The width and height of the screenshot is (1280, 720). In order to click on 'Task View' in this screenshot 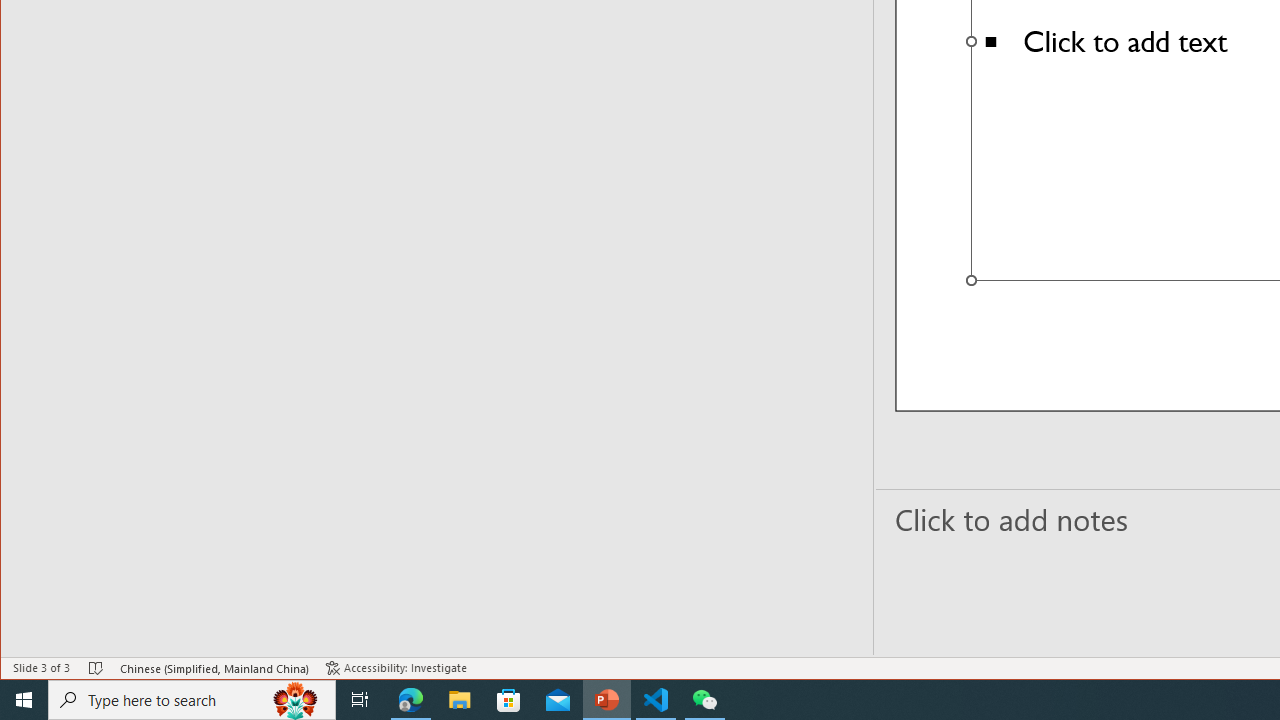, I will do `click(359, 698)`.